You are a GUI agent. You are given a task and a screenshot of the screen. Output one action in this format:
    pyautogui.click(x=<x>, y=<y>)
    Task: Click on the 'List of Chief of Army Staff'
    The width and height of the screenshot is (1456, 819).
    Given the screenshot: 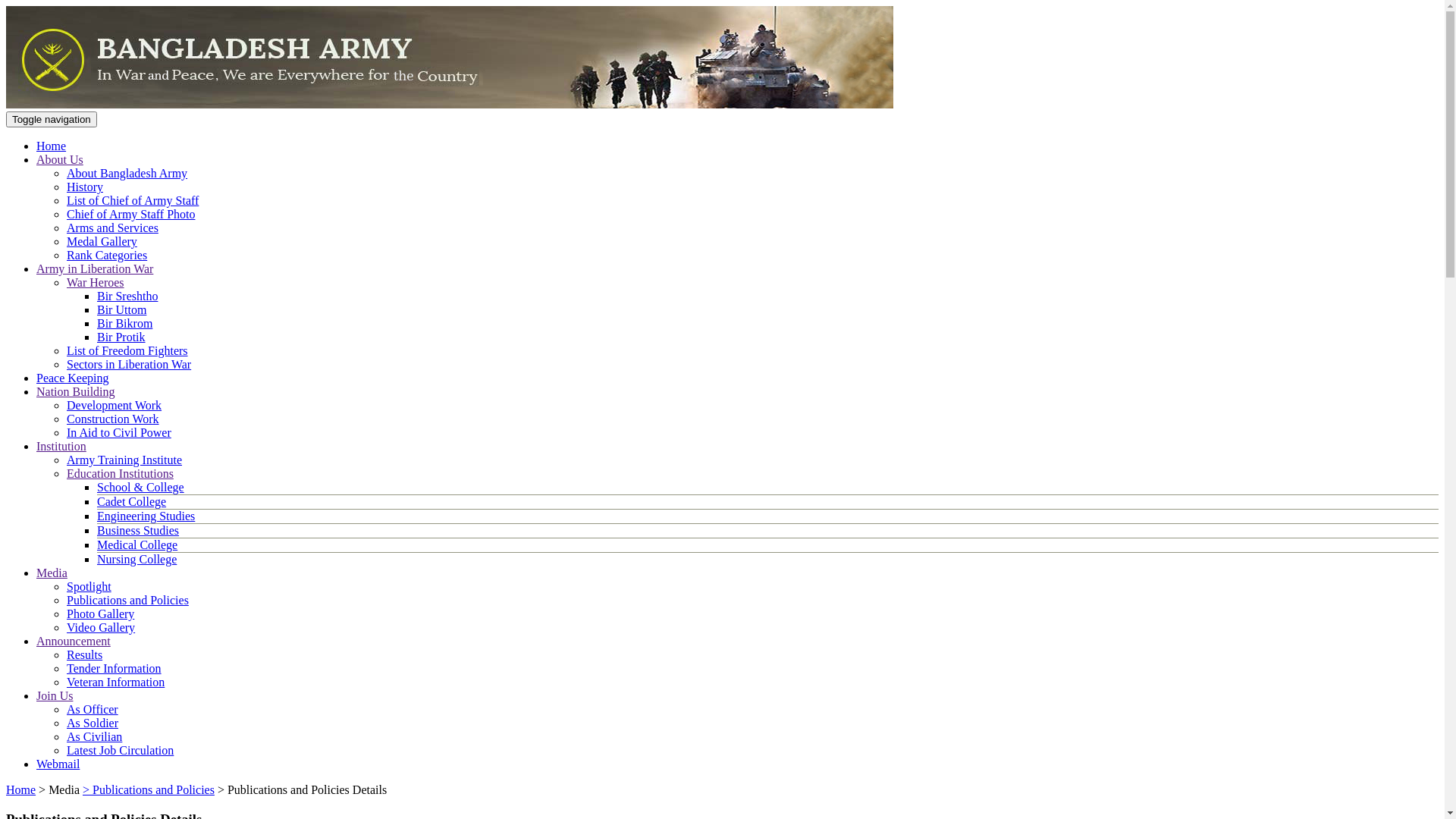 What is the action you would take?
    pyautogui.click(x=132, y=199)
    